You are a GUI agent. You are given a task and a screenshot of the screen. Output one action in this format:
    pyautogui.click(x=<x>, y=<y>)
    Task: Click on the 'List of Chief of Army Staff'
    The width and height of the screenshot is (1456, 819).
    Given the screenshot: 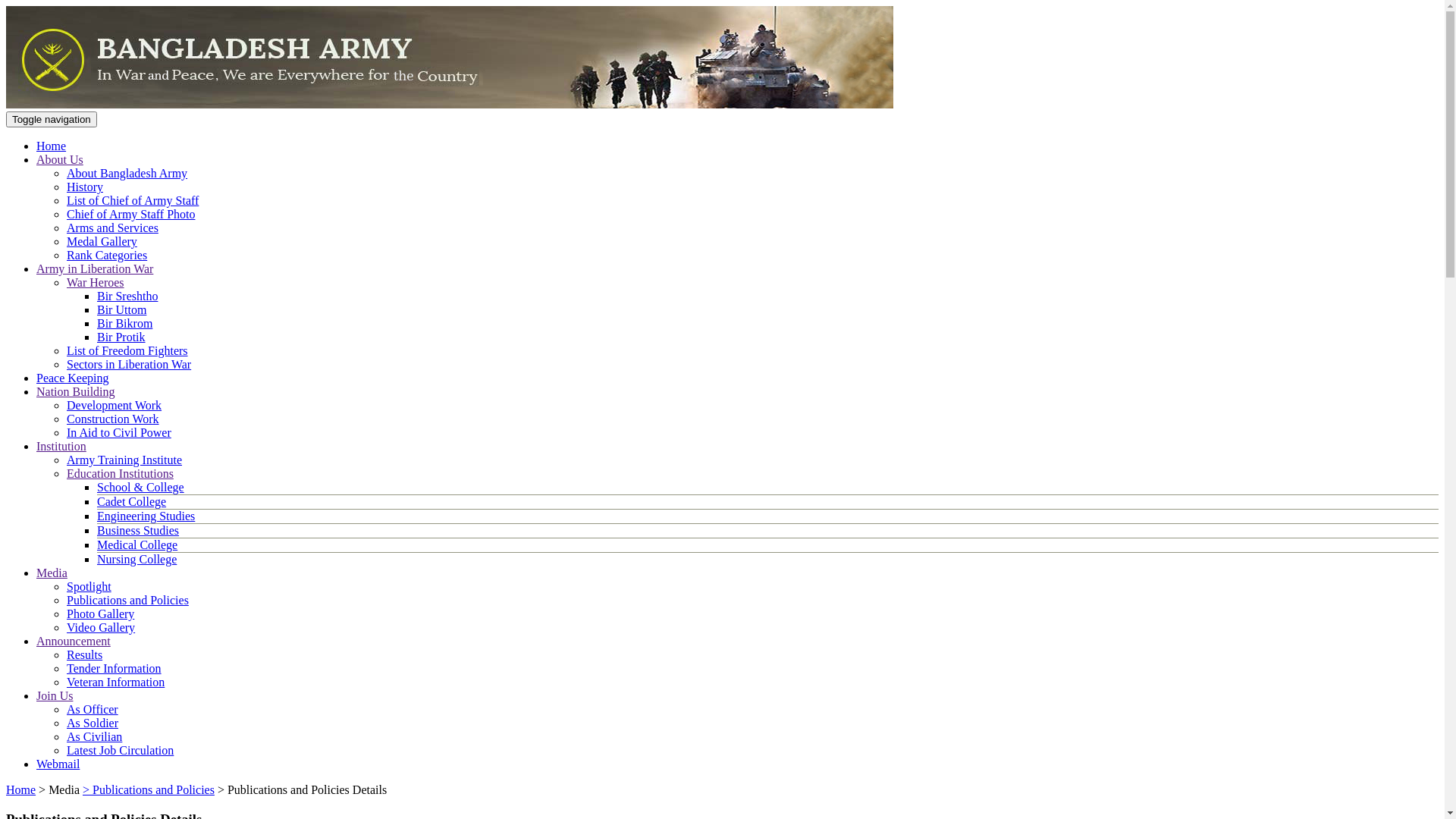 What is the action you would take?
    pyautogui.click(x=132, y=199)
    